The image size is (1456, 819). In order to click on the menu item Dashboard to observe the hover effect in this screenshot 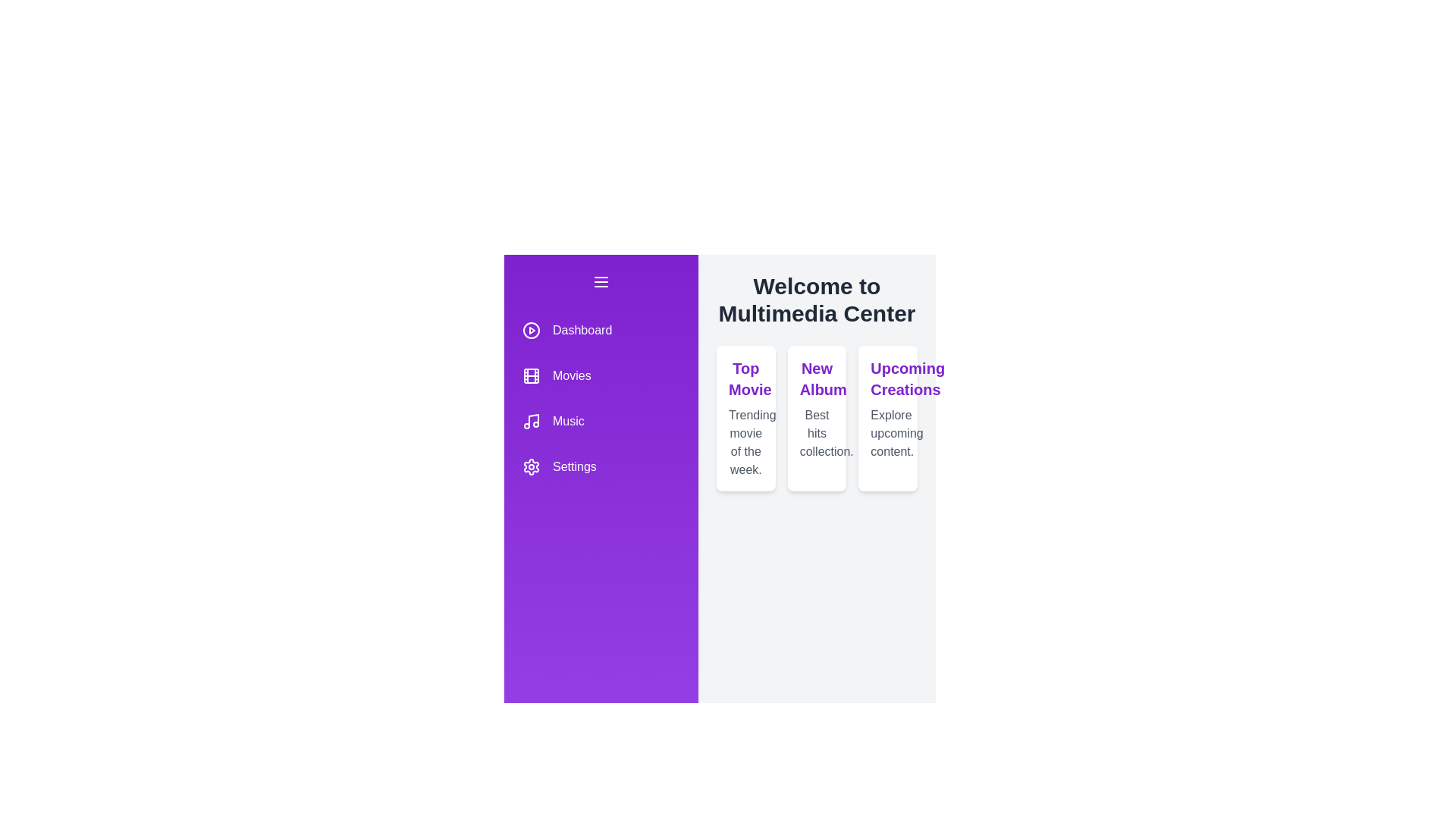, I will do `click(600, 329)`.